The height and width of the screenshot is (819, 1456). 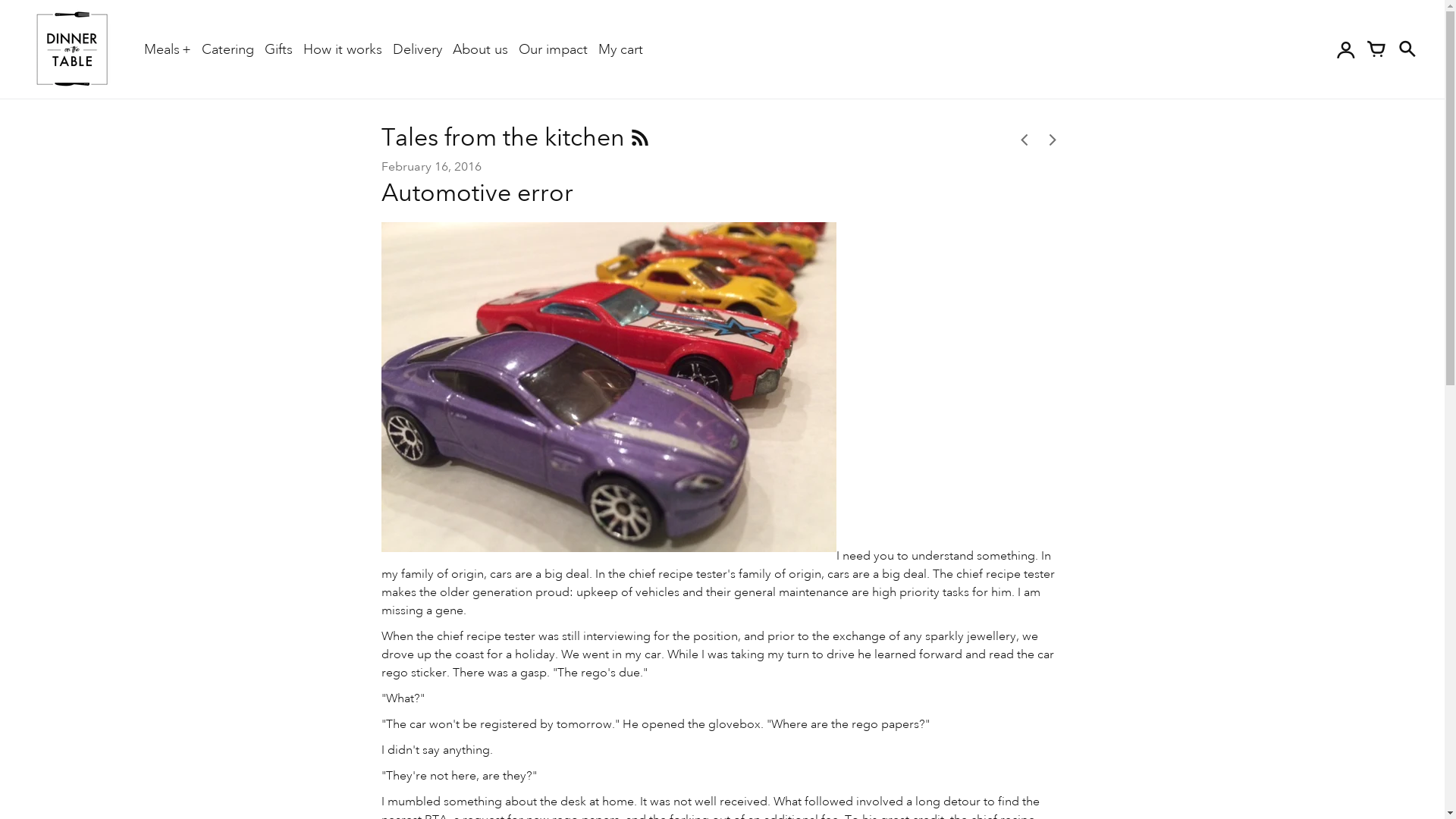 What do you see at coordinates (417, 48) in the screenshot?
I see `'Delivery'` at bounding box center [417, 48].